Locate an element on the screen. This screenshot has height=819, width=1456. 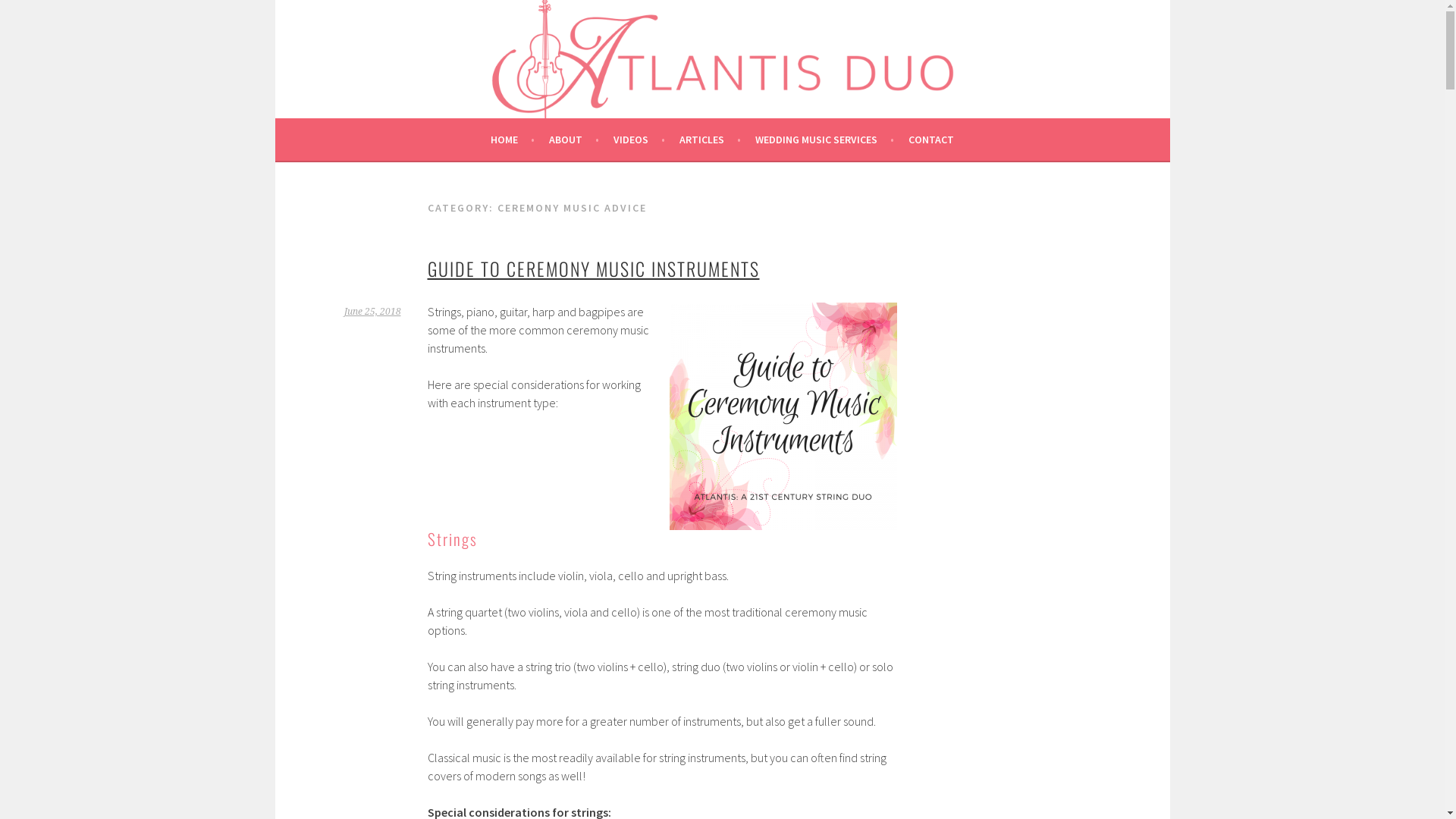
'WEDDING MUSIC SERVICES' is located at coordinates (755, 140).